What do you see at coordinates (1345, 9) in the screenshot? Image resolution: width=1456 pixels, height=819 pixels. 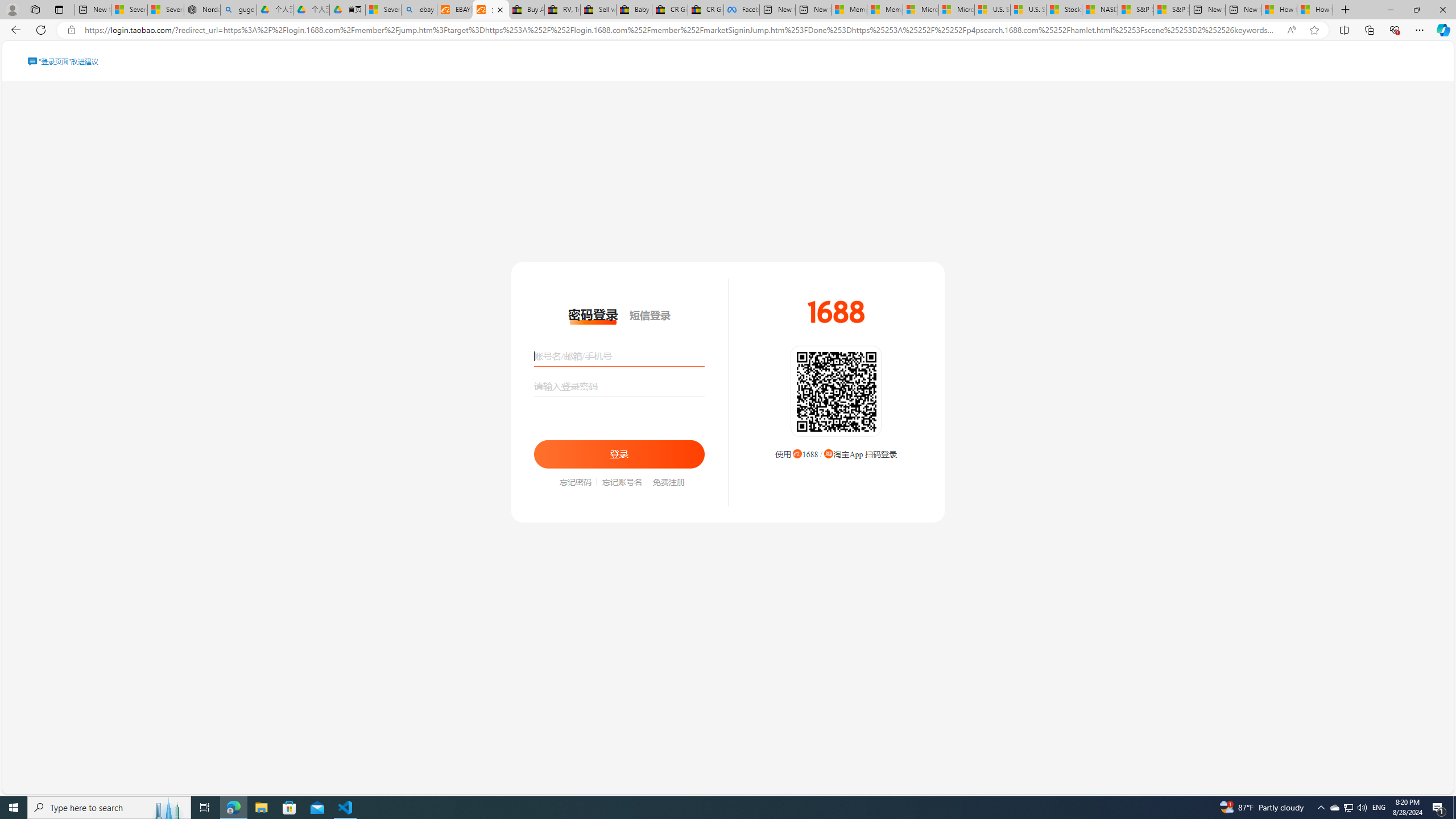 I see `'New Tab'` at bounding box center [1345, 9].